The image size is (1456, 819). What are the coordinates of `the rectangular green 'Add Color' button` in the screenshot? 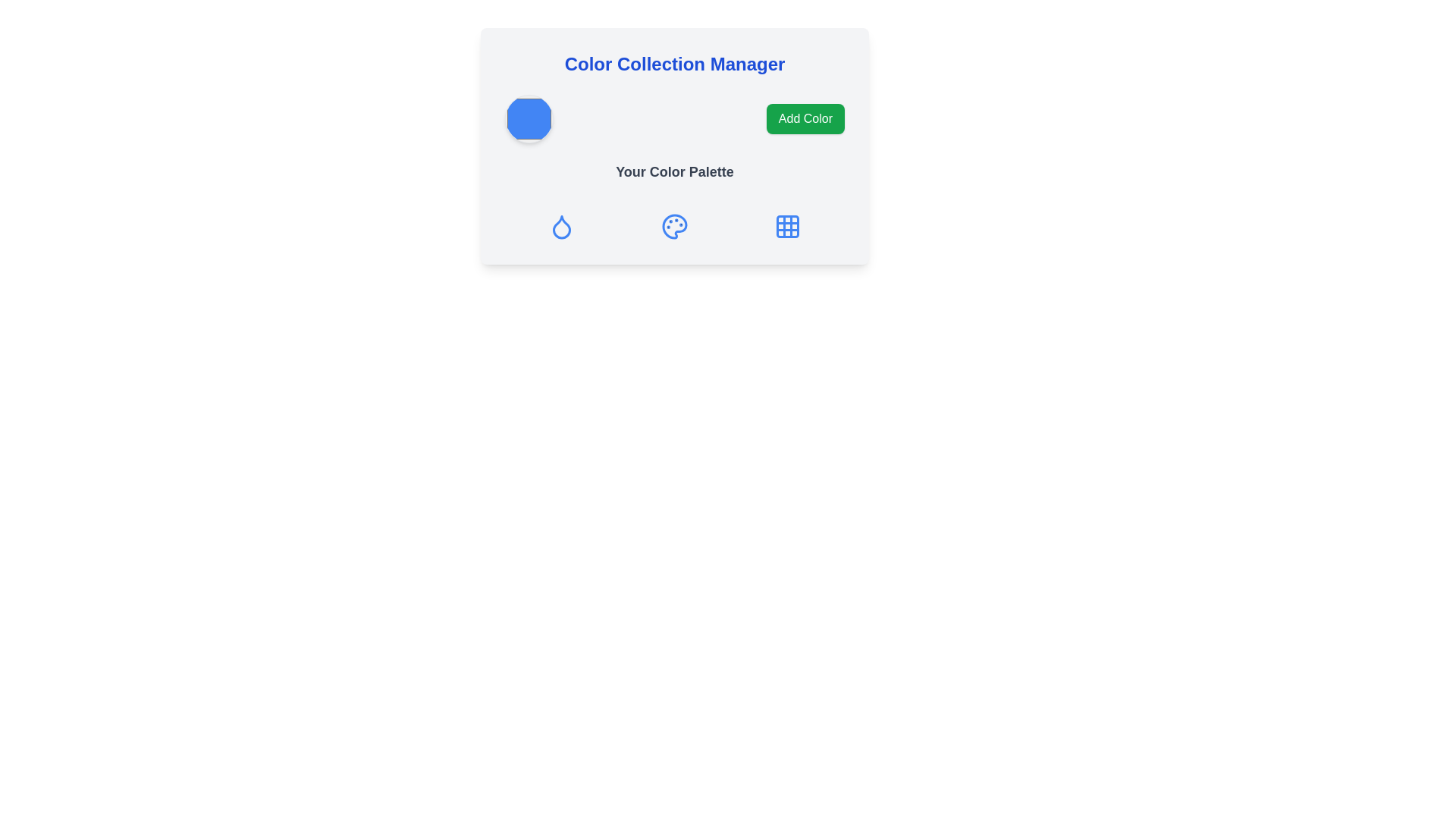 It's located at (805, 118).